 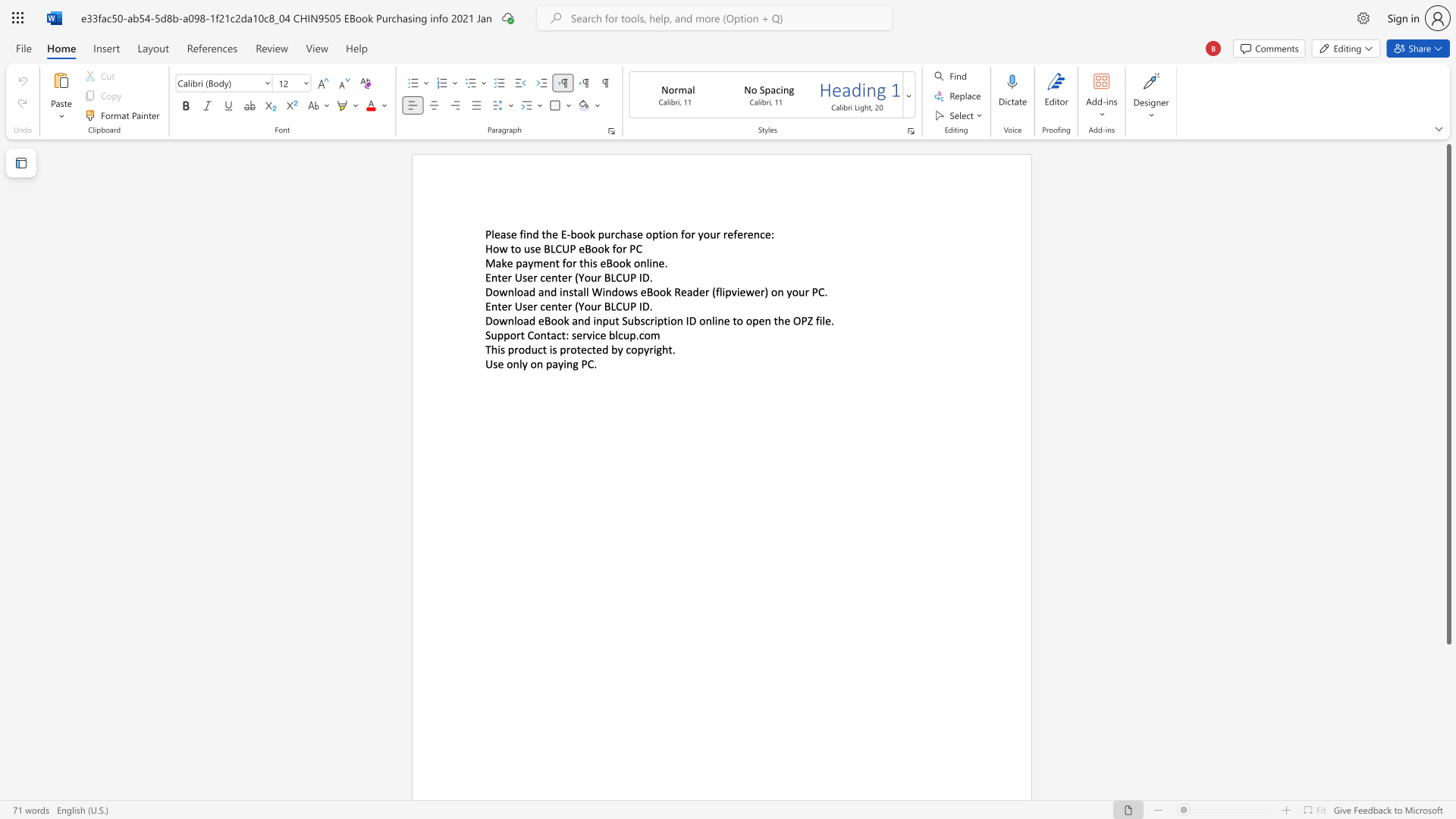 I want to click on the scrollbar on the right to shift the page lower, so click(x=1448, y=719).